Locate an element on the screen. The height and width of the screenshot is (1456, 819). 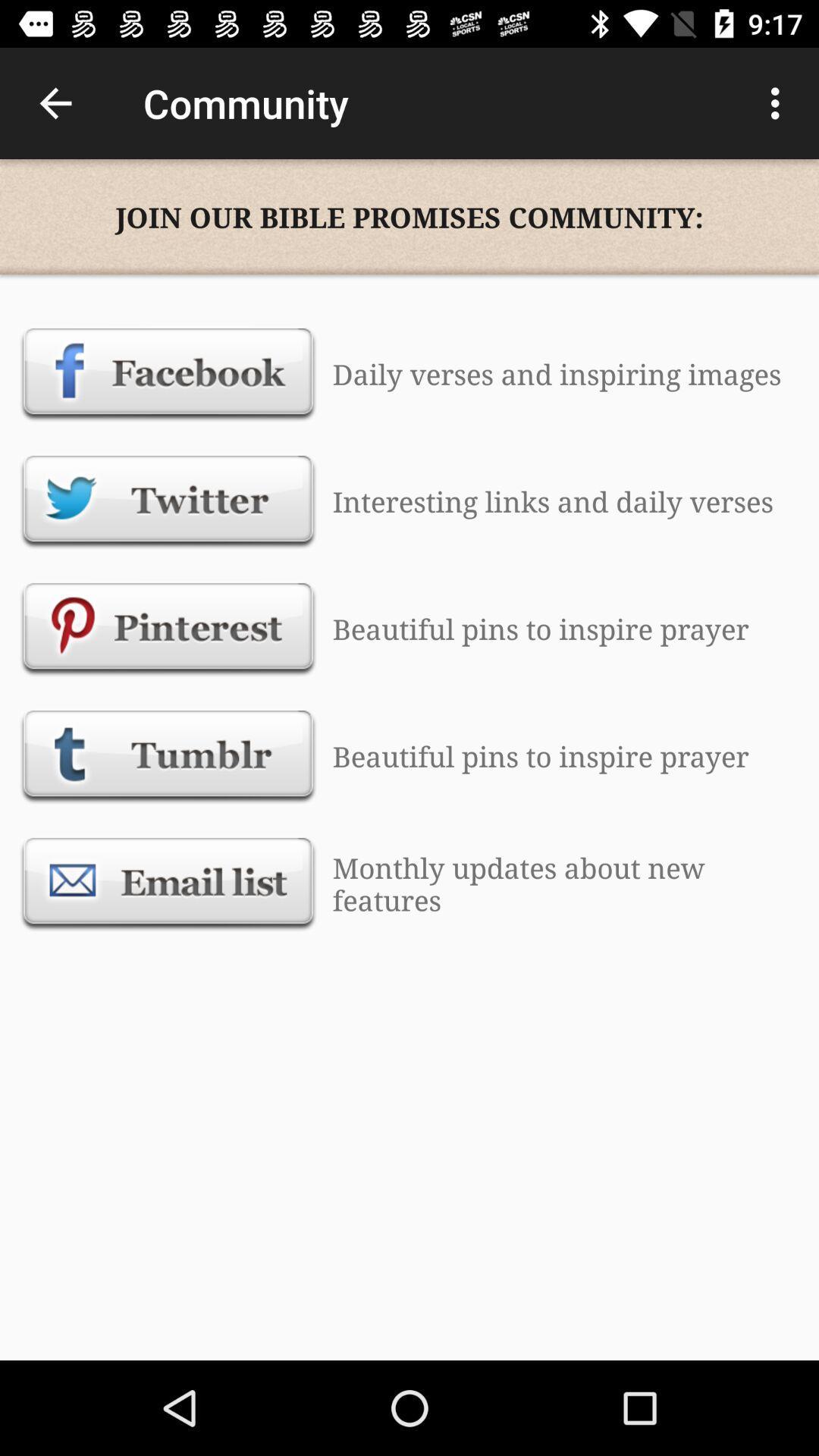
tumblr icon is located at coordinates (168, 756).